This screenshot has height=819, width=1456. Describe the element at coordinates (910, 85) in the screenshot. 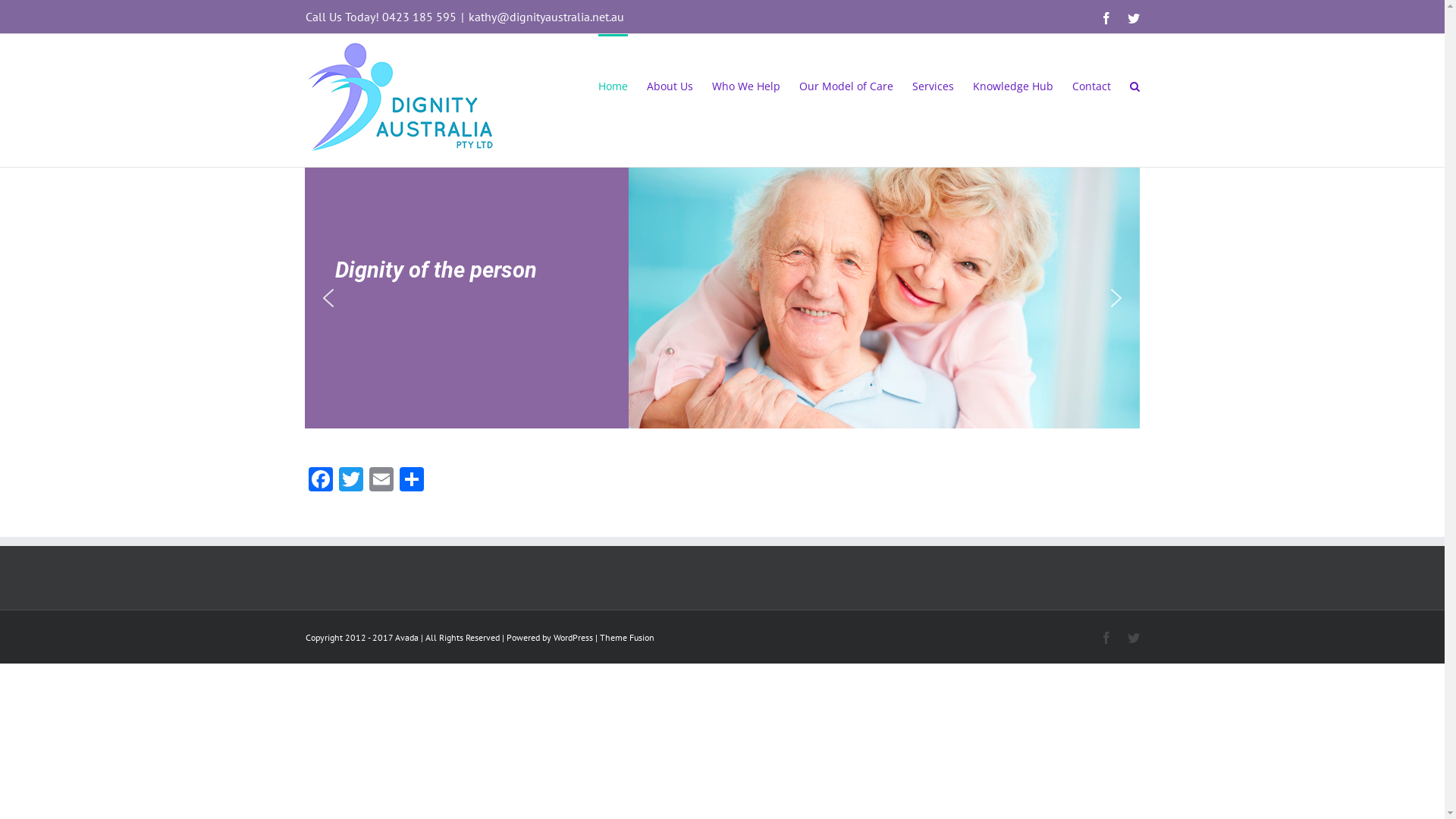

I see `'Services'` at that location.